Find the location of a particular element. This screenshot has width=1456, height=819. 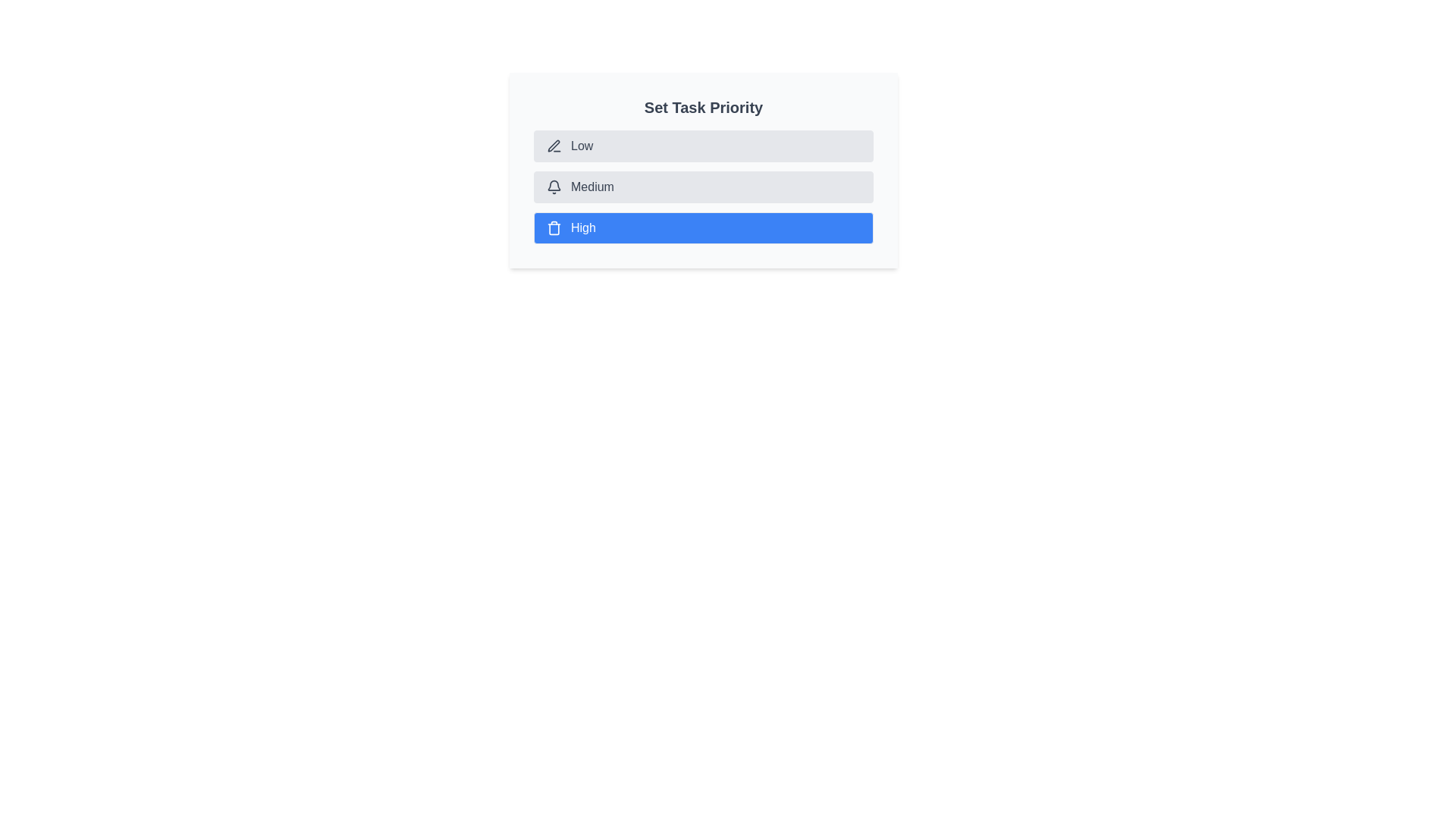

the priority chip corresponding to Medium to set it as the current priority is located at coordinates (702, 186).